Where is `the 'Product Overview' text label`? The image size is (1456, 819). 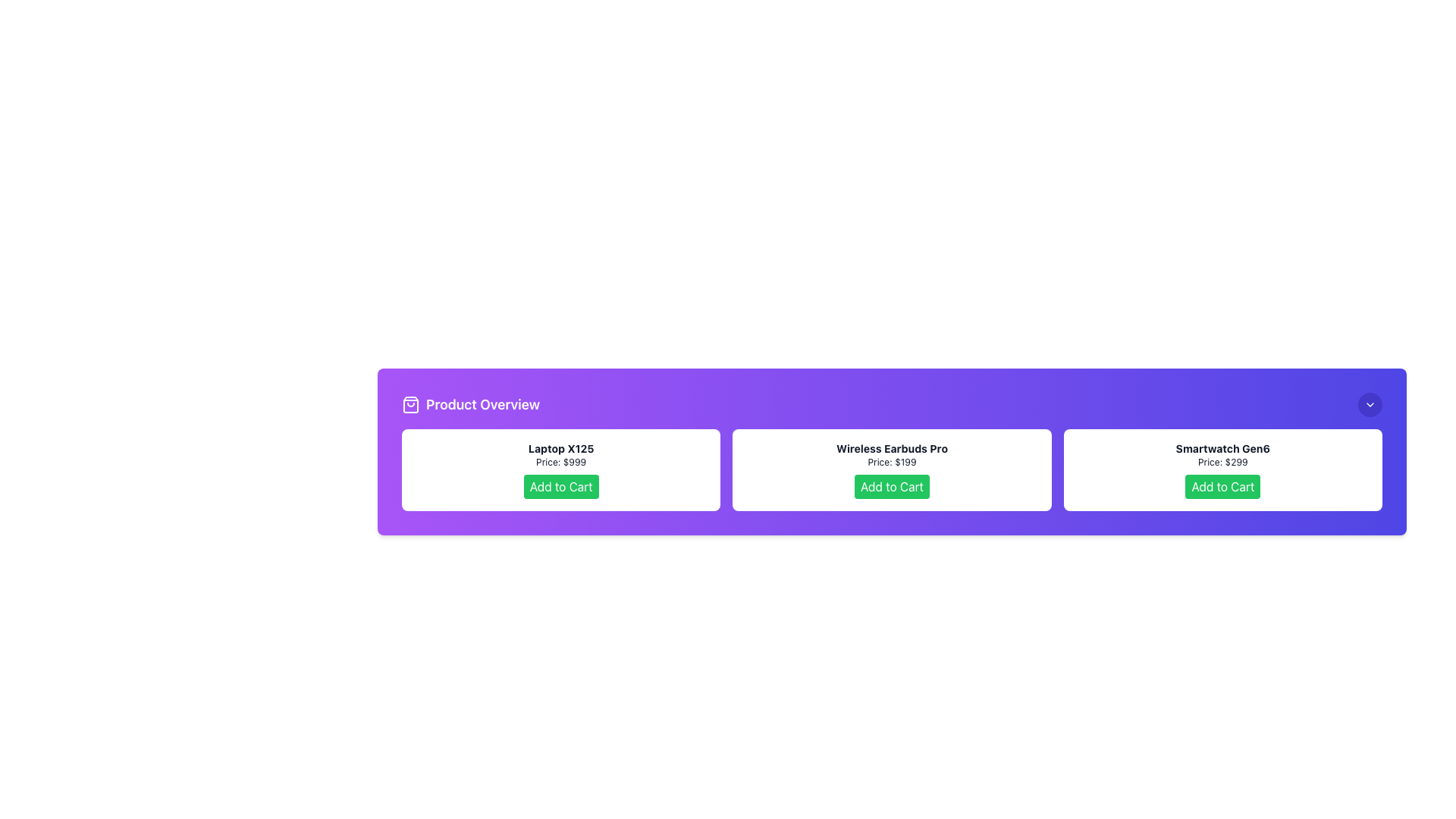
the 'Product Overview' text label is located at coordinates (470, 403).